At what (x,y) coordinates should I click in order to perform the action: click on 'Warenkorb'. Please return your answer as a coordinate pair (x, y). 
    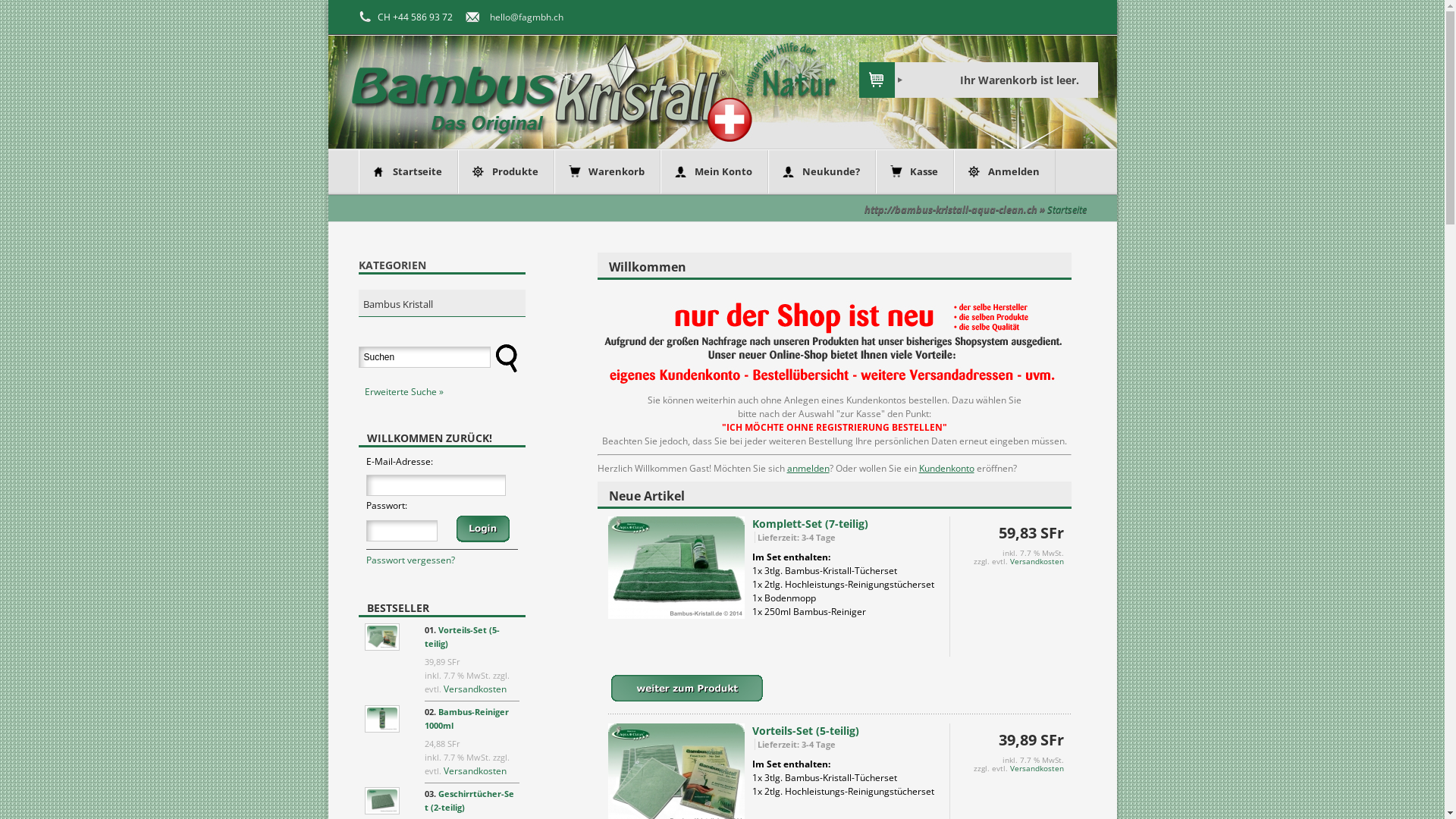
    Looking at the image, I should click on (616, 171).